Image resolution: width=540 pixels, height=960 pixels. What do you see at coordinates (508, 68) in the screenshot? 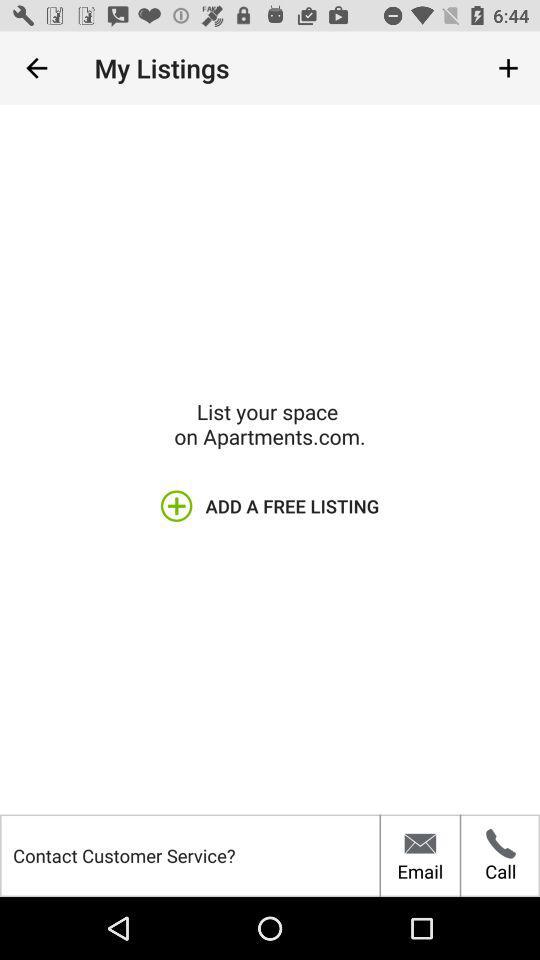
I see `item at the top right corner` at bounding box center [508, 68].